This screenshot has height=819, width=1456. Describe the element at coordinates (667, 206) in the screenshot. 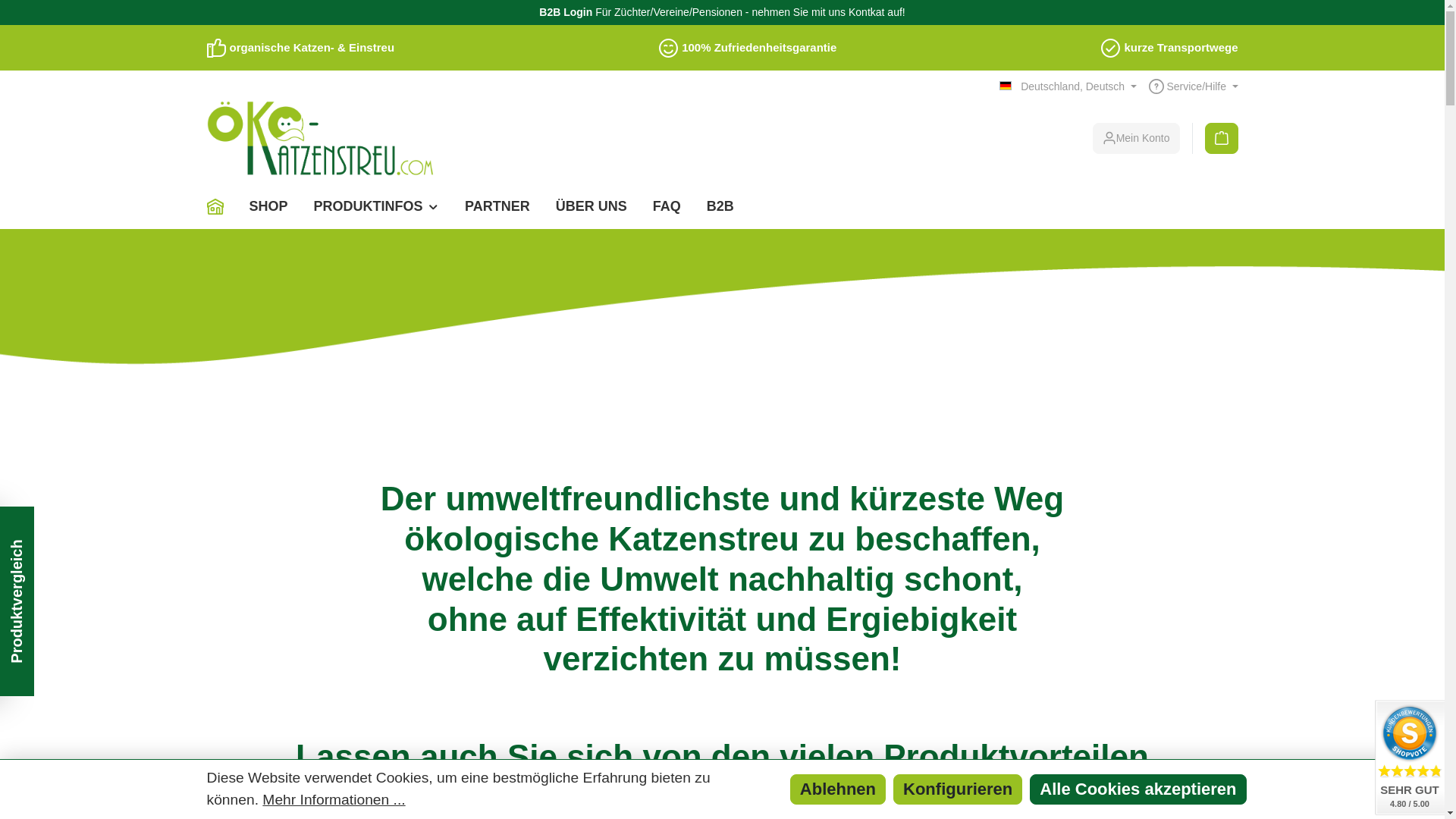

I see `'FAQ'` at that location.